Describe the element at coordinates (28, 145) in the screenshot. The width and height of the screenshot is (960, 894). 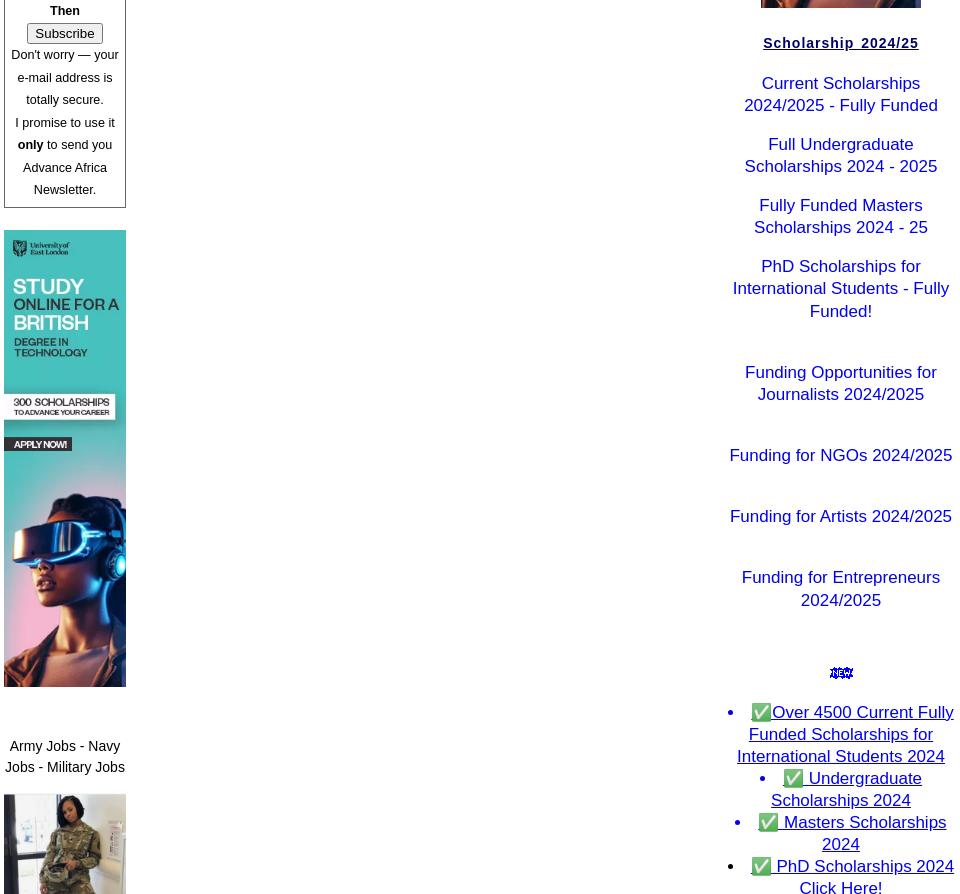
I see `'only'` at that location.